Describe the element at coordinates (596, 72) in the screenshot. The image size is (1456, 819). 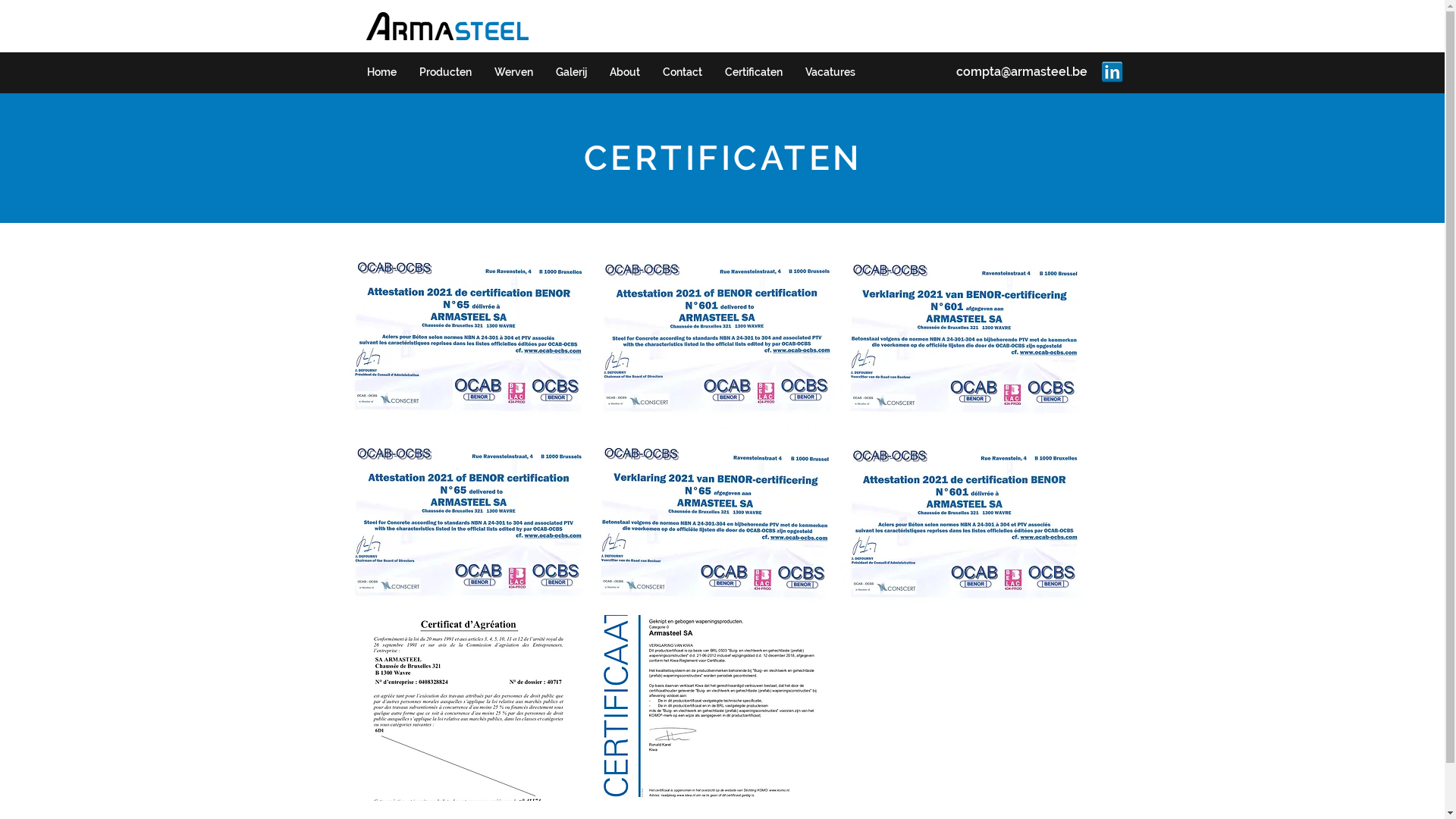
I see `'About'` at that location.